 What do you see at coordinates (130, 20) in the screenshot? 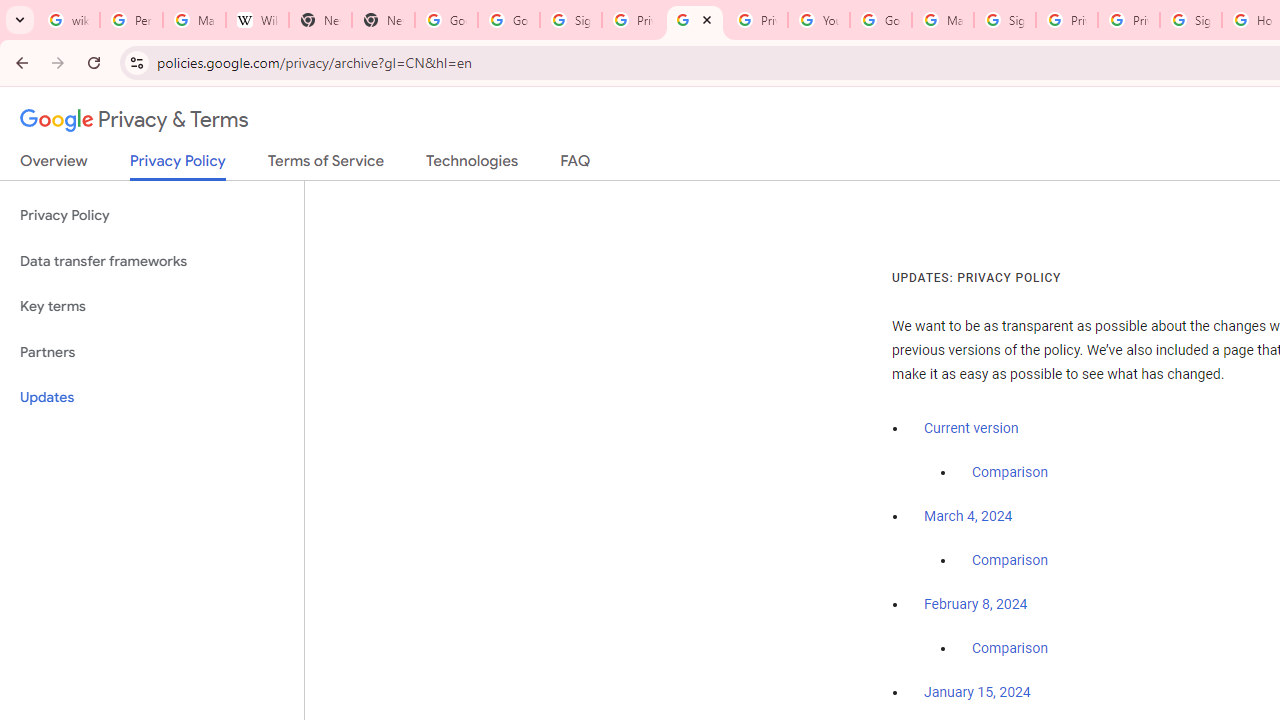
I see `'Personalization & Google Search results - Google Search Help'` at bounding box center [130, 20].